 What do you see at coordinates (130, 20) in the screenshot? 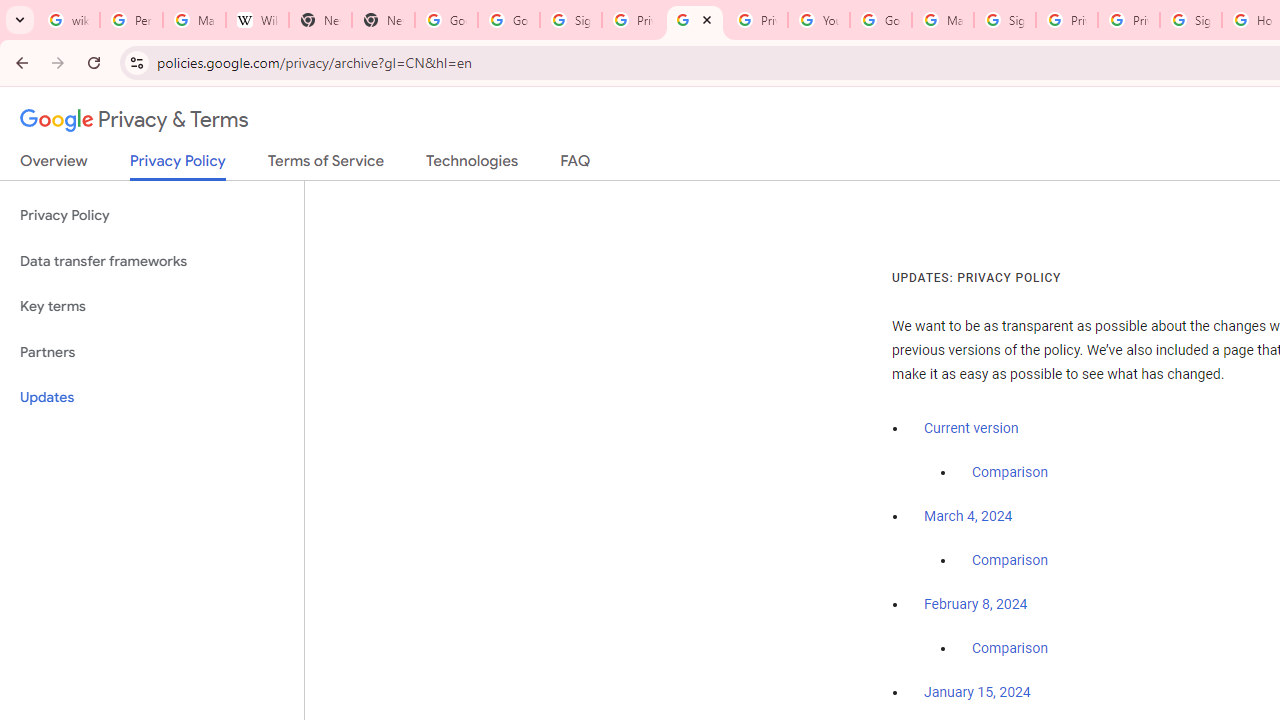
I see `'Personalization & Google Search results - Google Search Help'` at bounding box center [130, 20].